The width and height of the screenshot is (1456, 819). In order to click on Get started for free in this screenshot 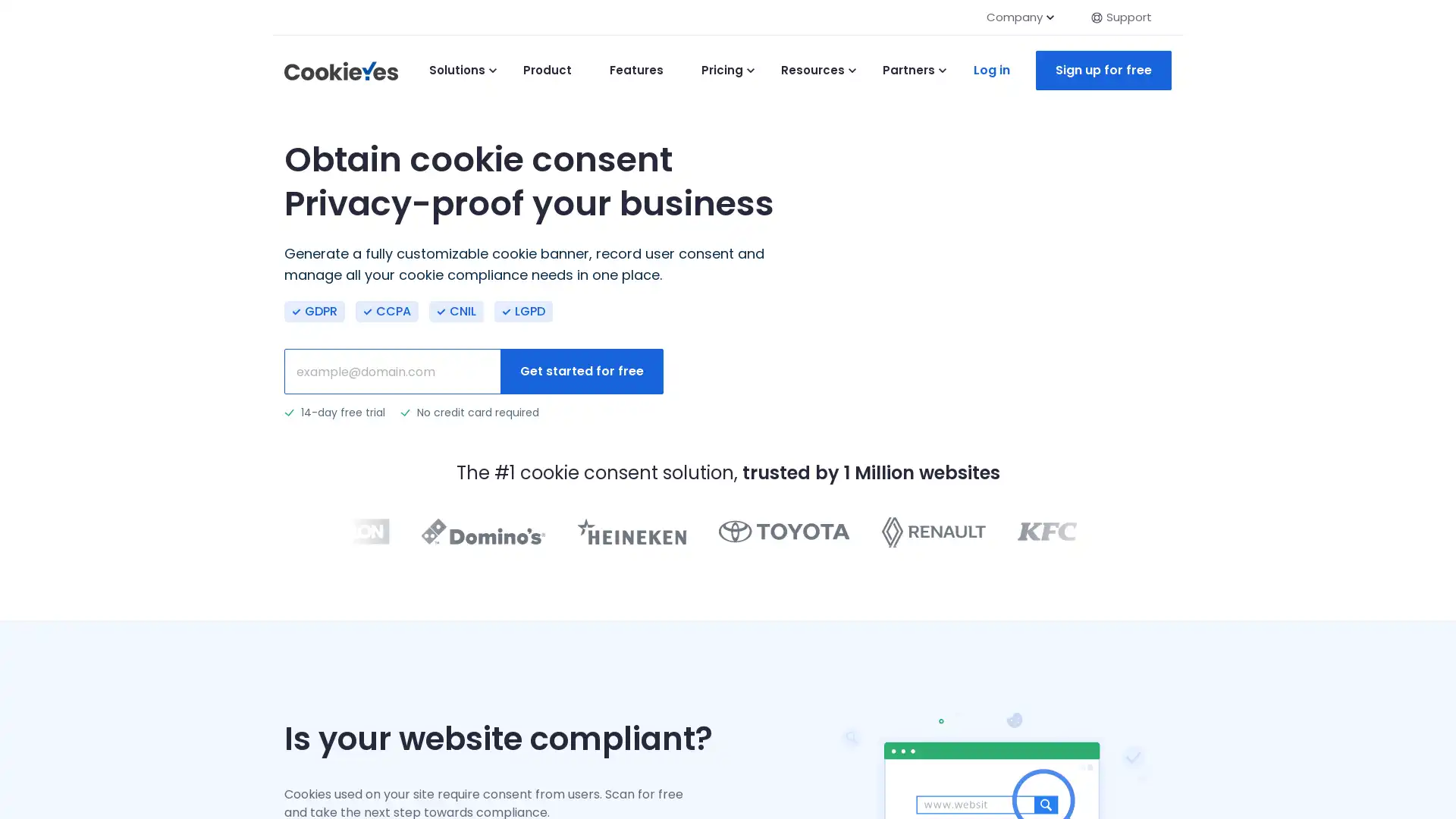, I will do `click(581, 371)`.